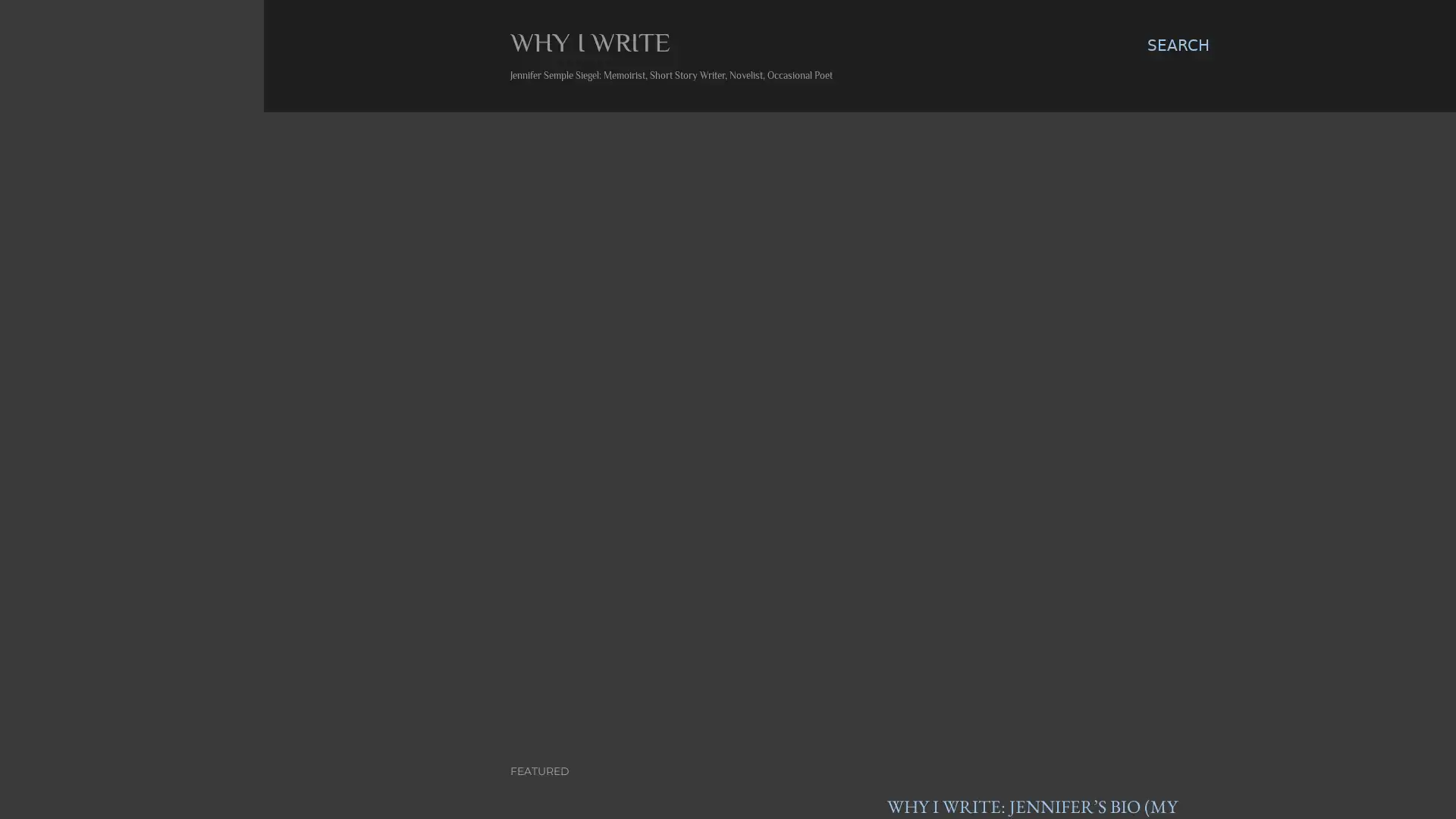 This screenshot has width=1456, height=819. What do you see at coordinates (1178, 45) in the screenshot?
I see `Search` at bounding box center [1178, 45].